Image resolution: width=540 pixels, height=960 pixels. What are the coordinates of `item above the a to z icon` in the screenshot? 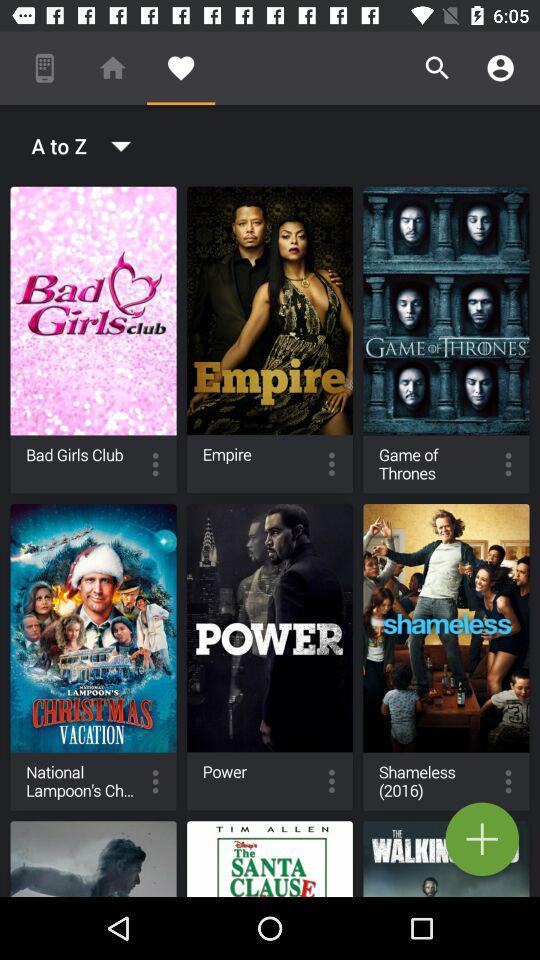 It's located at (44, 68).